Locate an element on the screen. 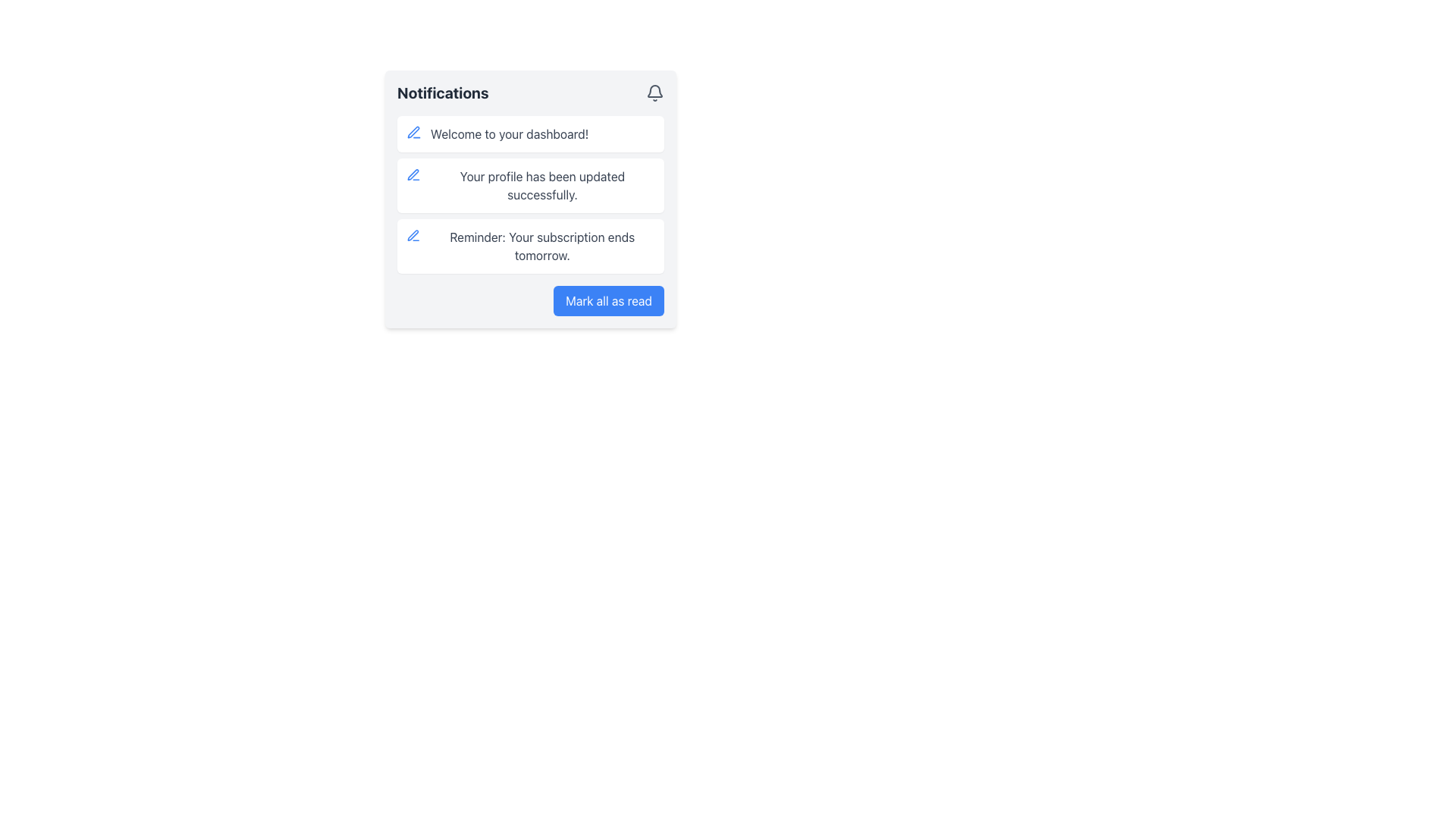  the bold, dark-colored text label reading 'Notifications' located in the top-left corner of the card-like section, adjacent to a notification bell icon is located at coordinates (442, 93).